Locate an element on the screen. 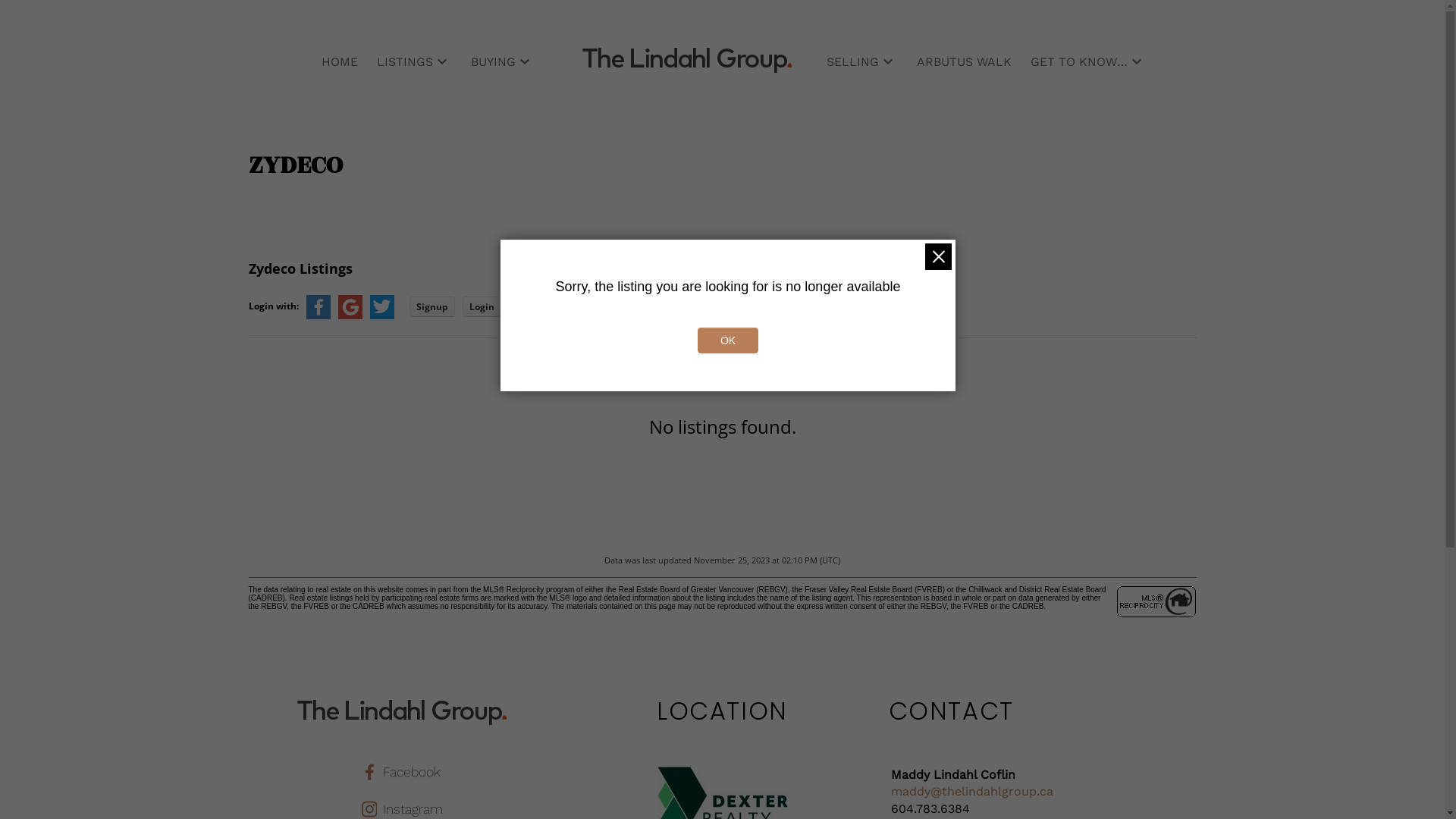 The image size is (1456, 819). 'HOME' is located at coordinates (338, 63).